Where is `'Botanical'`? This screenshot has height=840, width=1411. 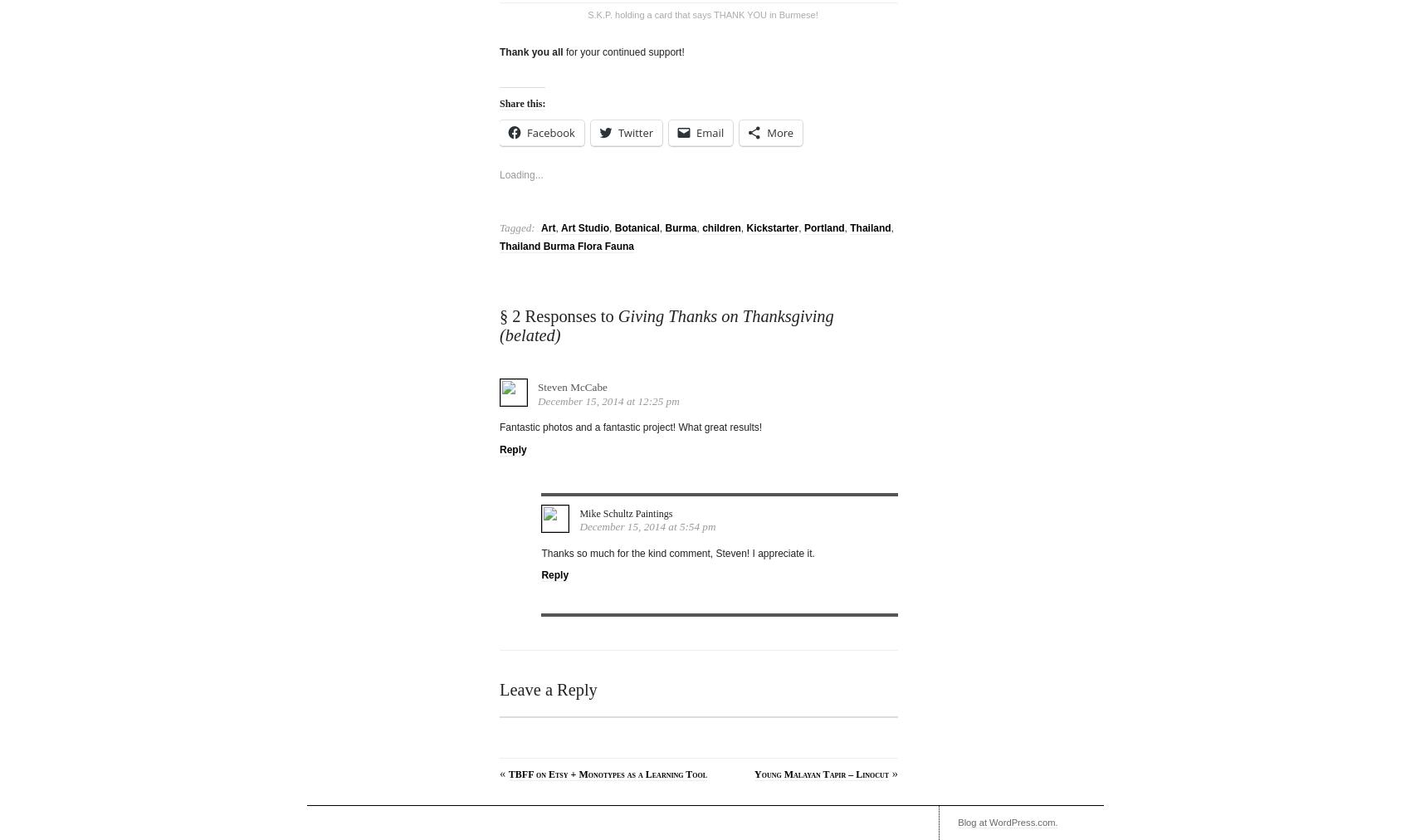
'Botanical' is located at coordinates (636, 222).